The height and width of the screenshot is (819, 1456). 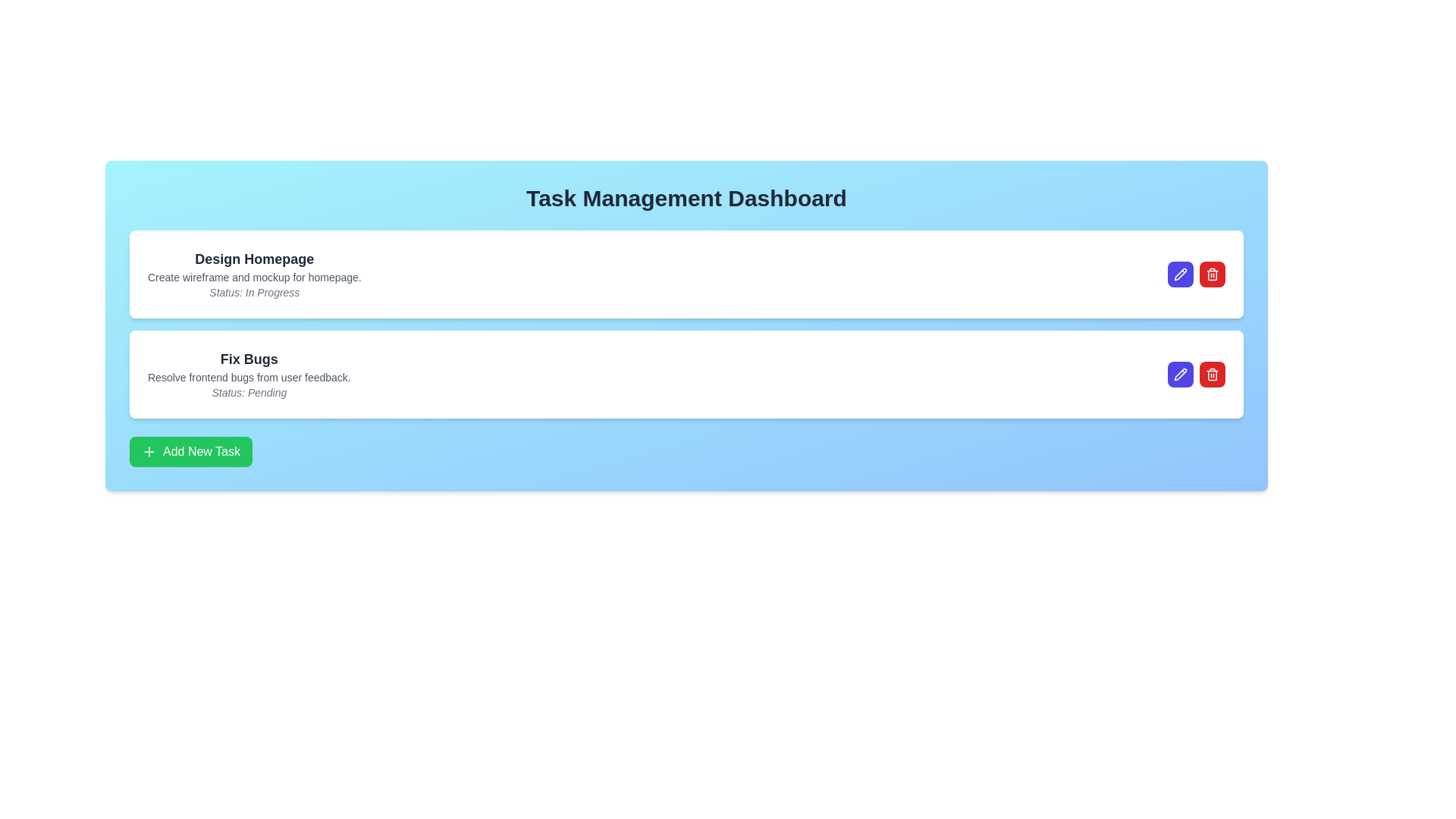 What do you see at coordinates (190, 451) in the screenshot?
I see `the rectangular green button labeled 'Add New Task' to observe the hover effect, which darkens the button slightly` at bounding box center [190, 451].